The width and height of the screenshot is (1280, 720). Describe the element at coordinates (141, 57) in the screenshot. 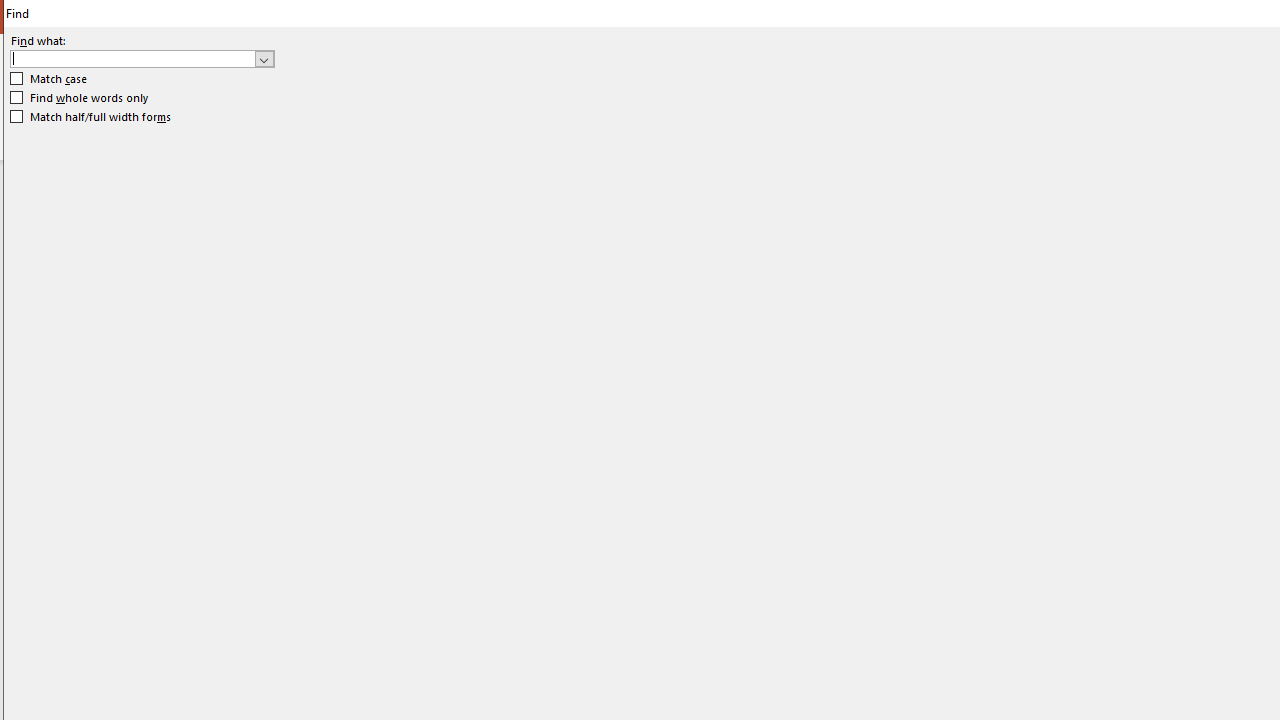

I see `'Find what'` at that location.